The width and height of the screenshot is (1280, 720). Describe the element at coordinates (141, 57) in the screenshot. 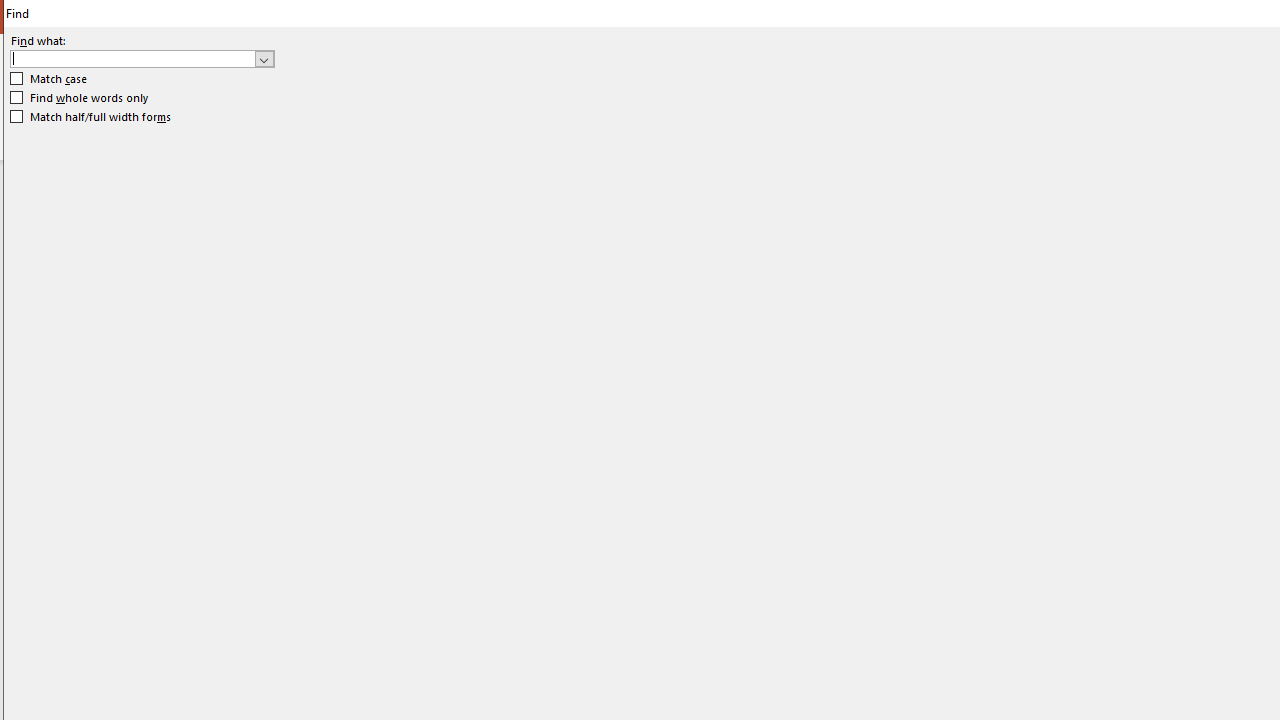

I see `'Find what'` at that location.